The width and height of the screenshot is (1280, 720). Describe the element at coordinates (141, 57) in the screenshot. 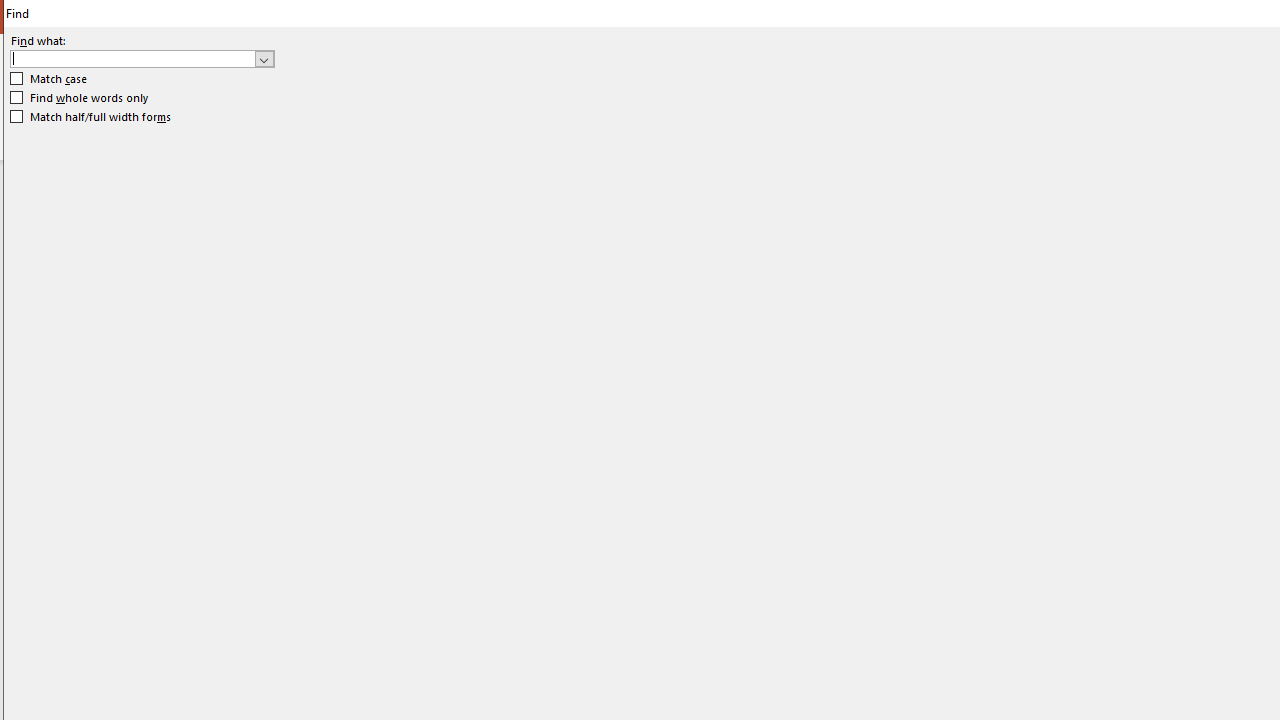

I see `'Find what'` at that location.